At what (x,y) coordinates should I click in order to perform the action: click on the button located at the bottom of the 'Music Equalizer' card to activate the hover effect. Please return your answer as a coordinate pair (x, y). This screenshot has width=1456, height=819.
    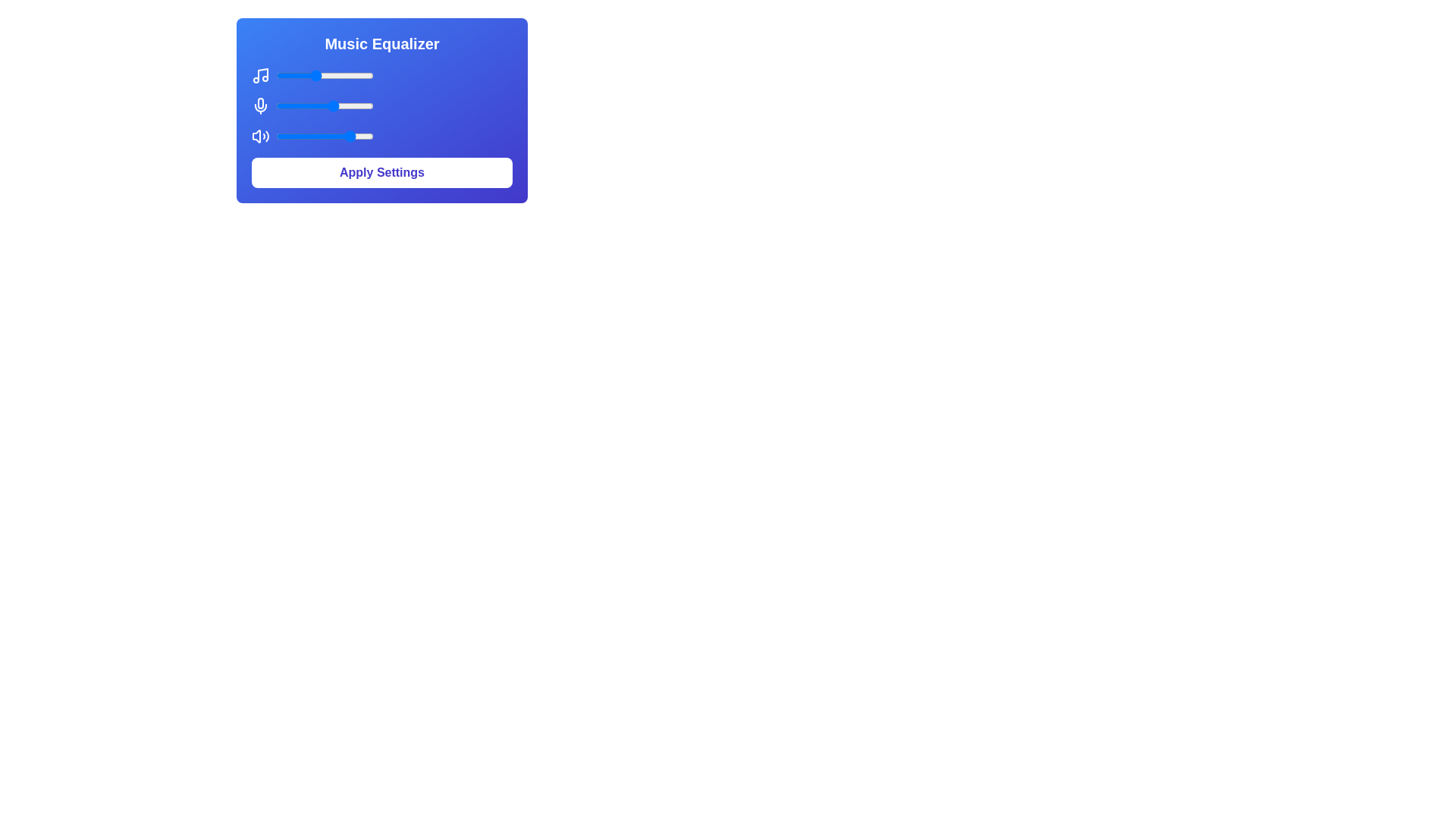
    Looking at the image, I should click on (382, 171).